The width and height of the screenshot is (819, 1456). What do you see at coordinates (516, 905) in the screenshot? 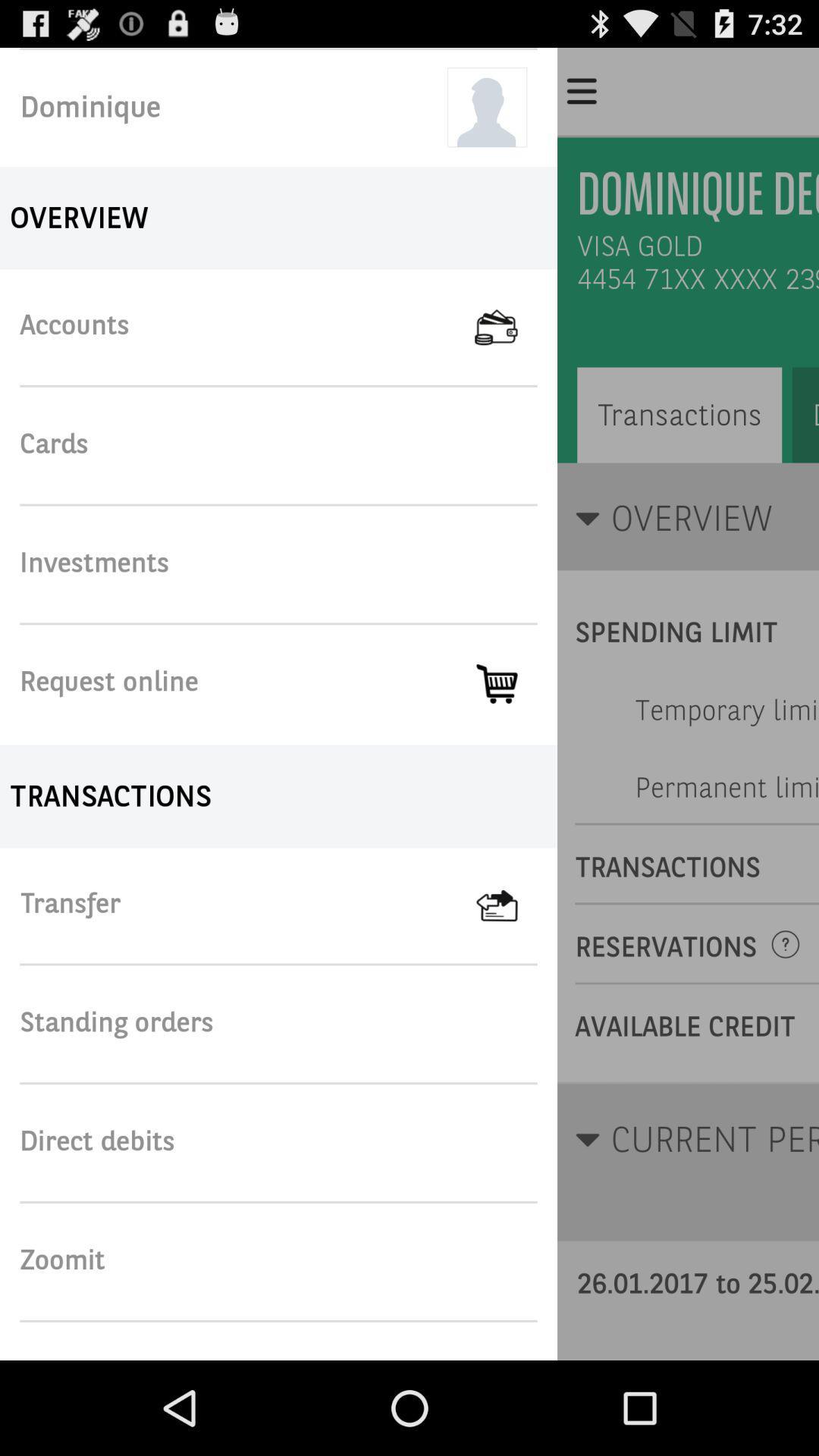
I see `the button which is next to the transfer` at bounding box center [516, 905].